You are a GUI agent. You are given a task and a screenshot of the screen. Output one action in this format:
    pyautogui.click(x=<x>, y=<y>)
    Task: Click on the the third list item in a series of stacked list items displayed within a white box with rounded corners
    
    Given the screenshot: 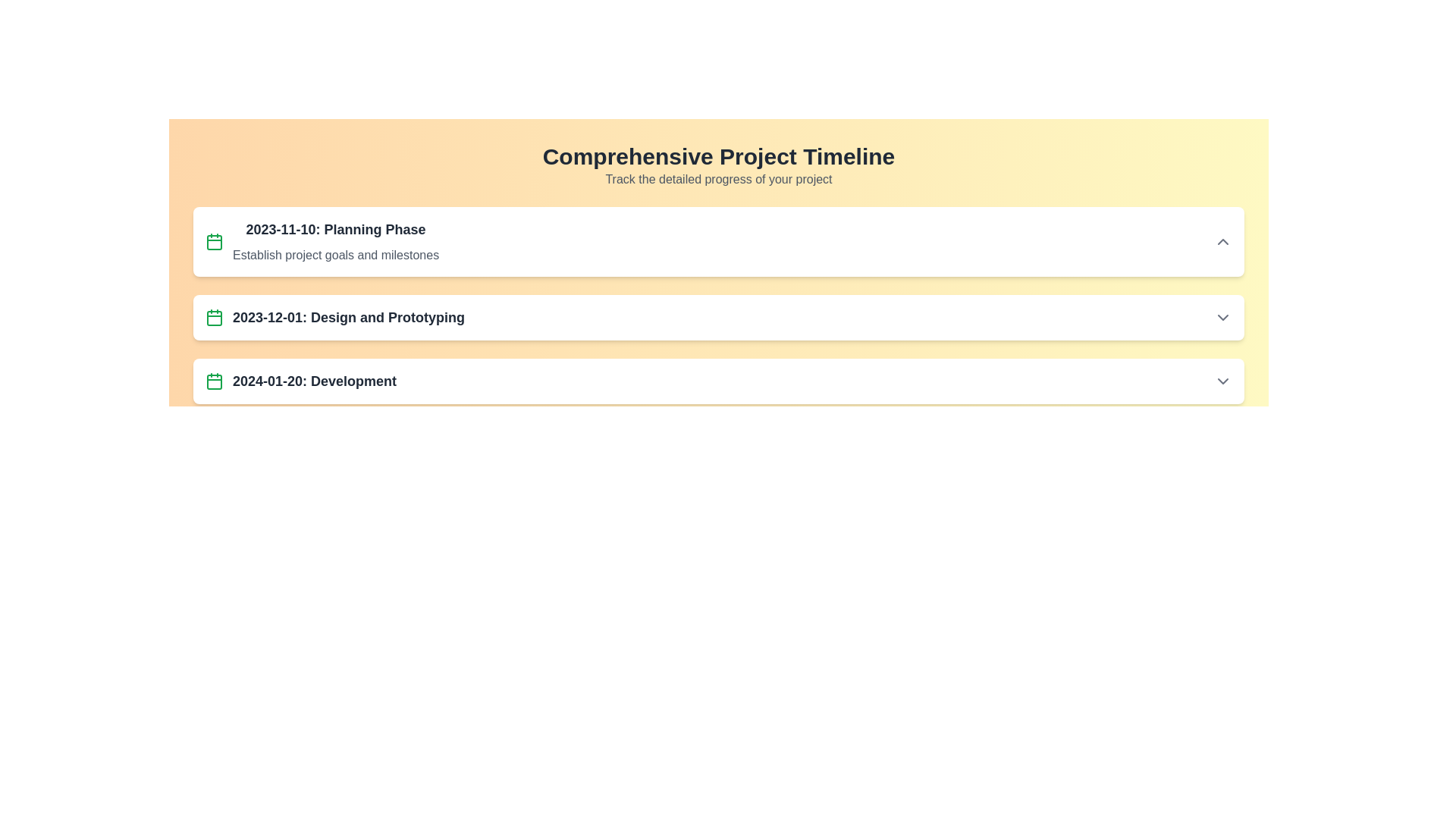 What is the action you would take?
    pyautogui.click(x=718, y=380)
    